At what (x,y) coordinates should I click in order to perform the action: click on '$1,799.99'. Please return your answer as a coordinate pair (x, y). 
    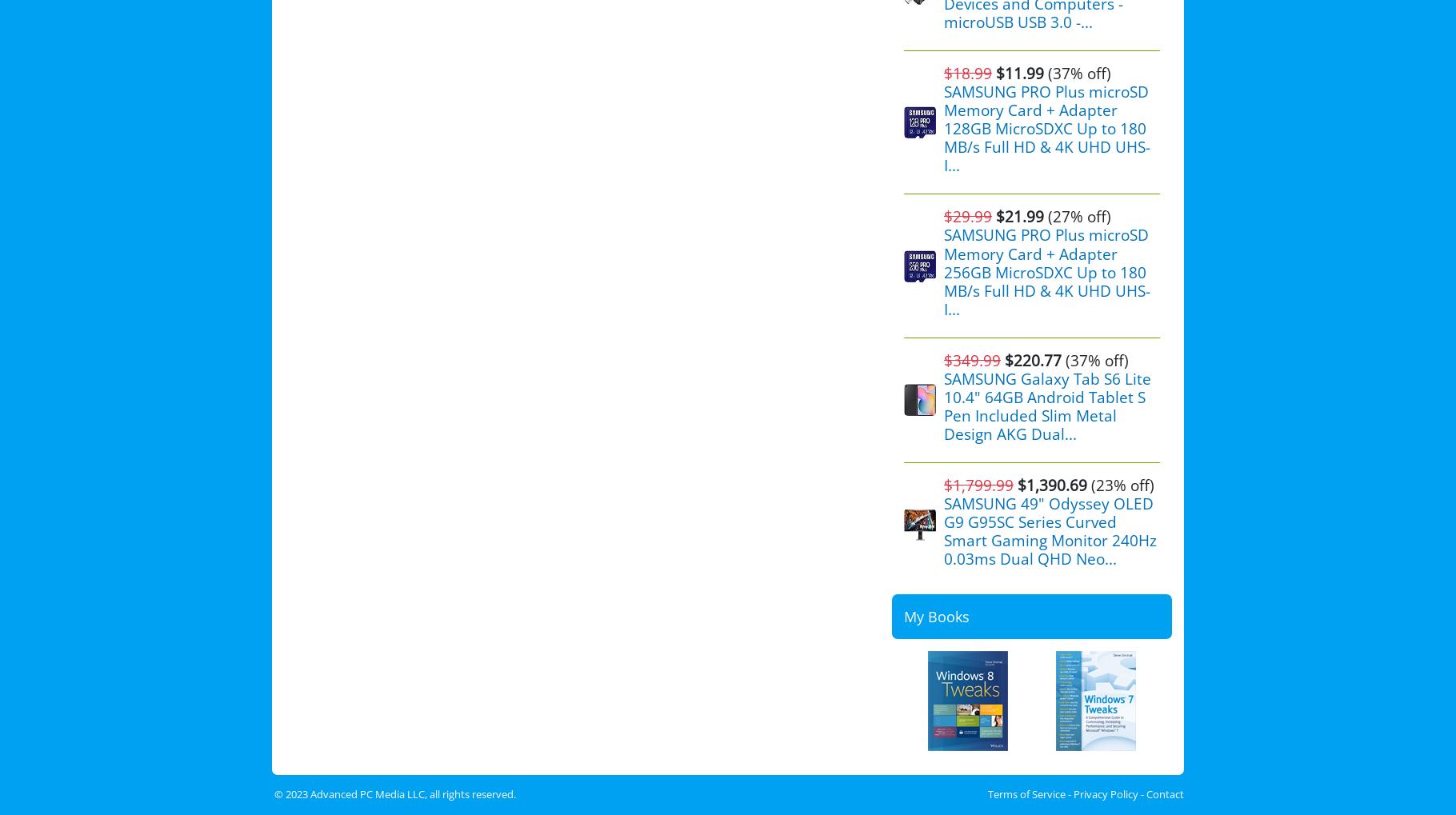
    Looking at the image, I should click on (978, 484).